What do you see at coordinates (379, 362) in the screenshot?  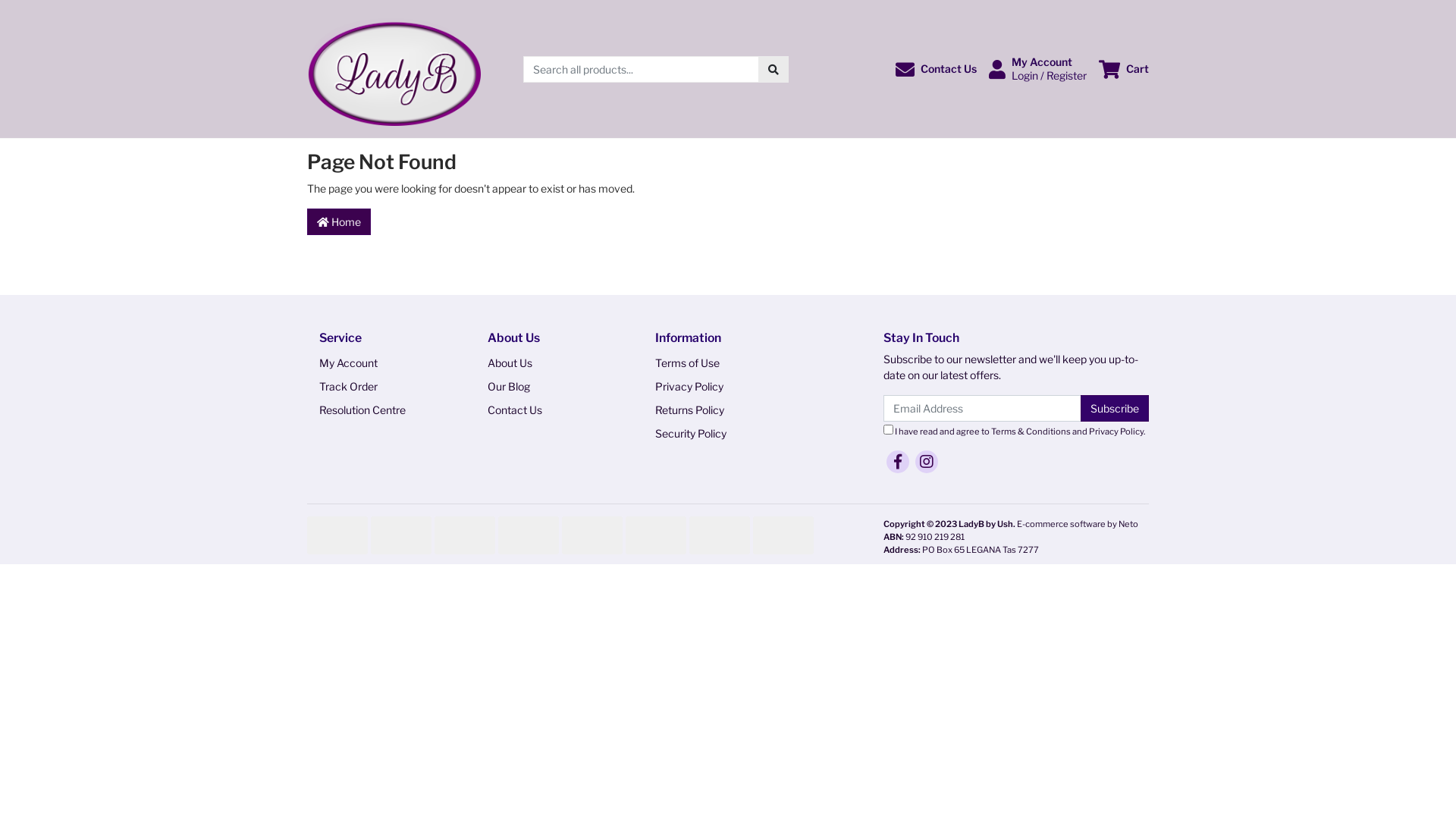 I see `'My Account'` at bounding box center [379, 362].